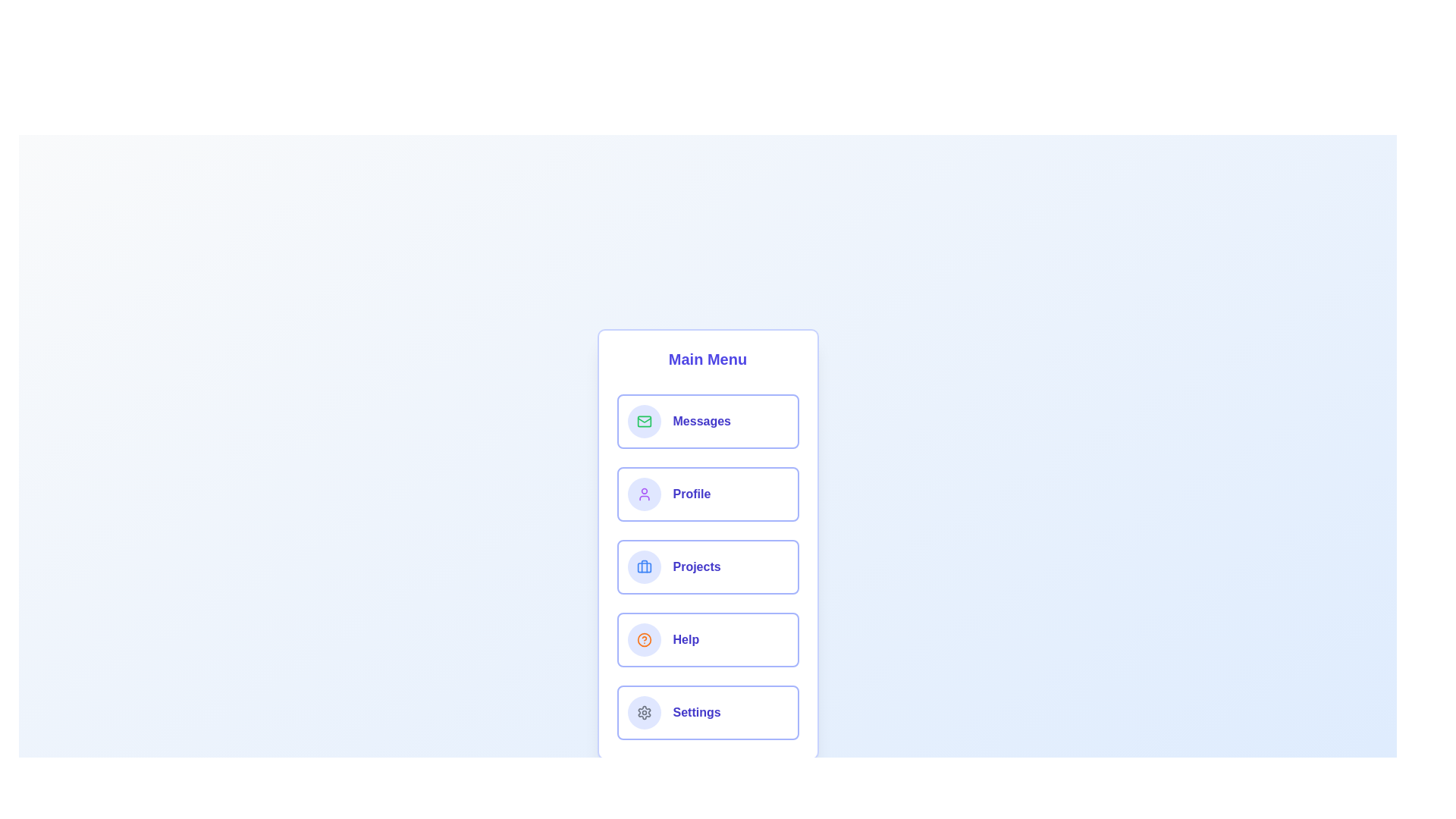 Image resolution: width=1456 pixels, height=819 pixels. Describe the element at coordinates (707, 713) in the screenshot. I see `the menu item labeled Settings` at that location.